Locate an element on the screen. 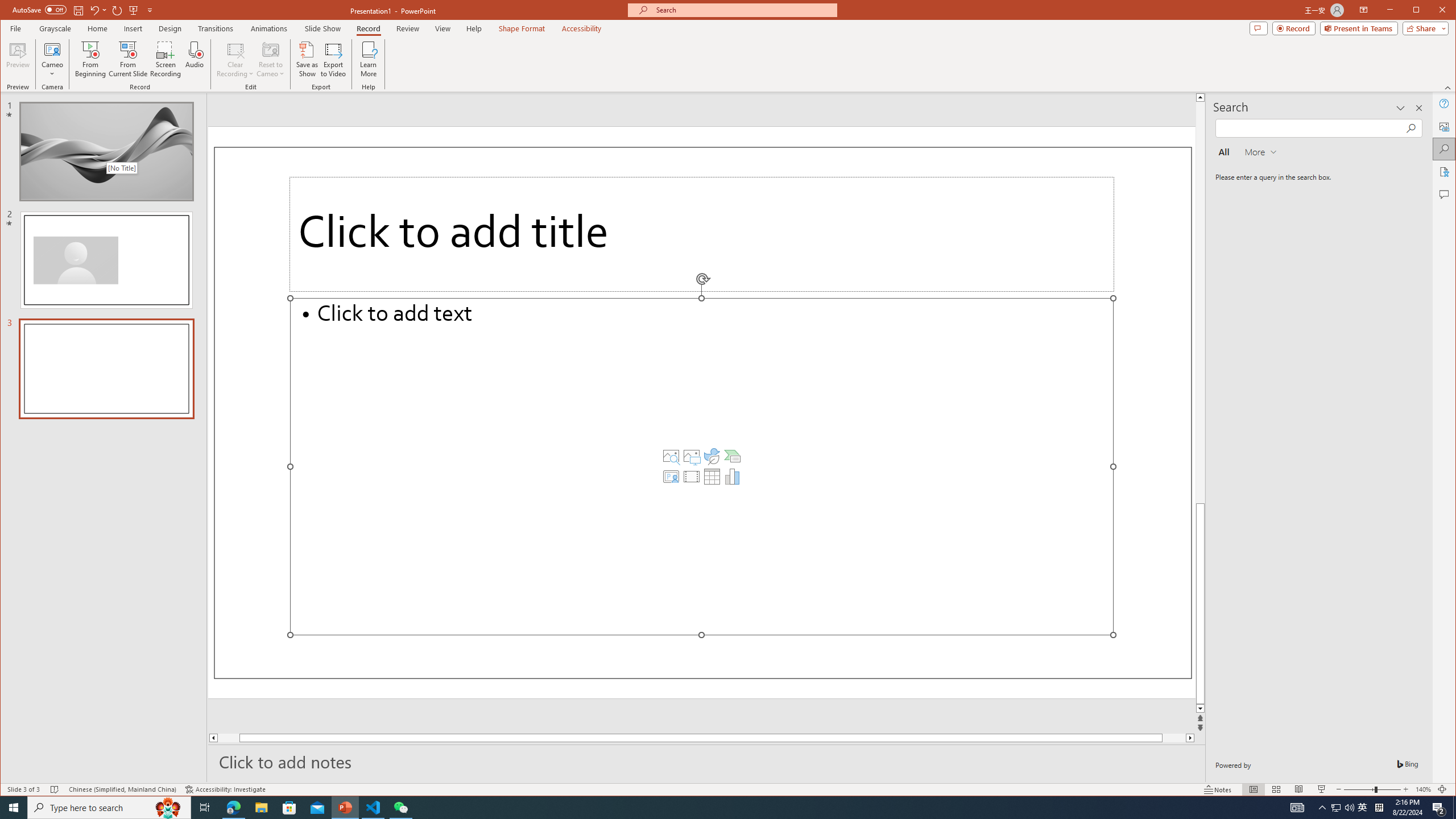 The height and width of the screenshot is (819, 1456). 'Content Placeholder' is located at coordinates (701, 466).